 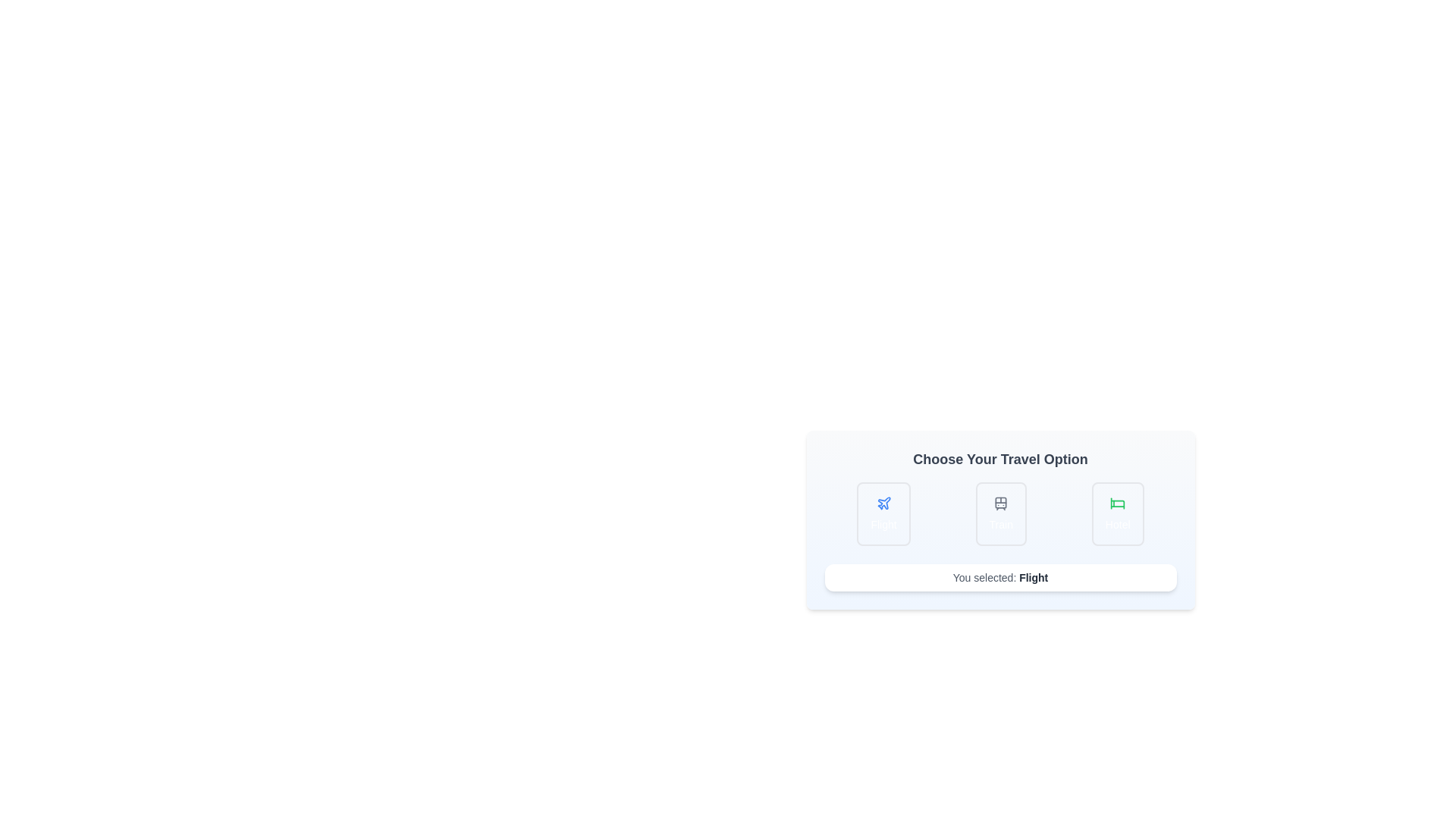 I want to click on text displayed in the label confirming the user's selected travel option, located centrally under the 'Choose Your Travel Option' title, so click(x=1000, y=578).